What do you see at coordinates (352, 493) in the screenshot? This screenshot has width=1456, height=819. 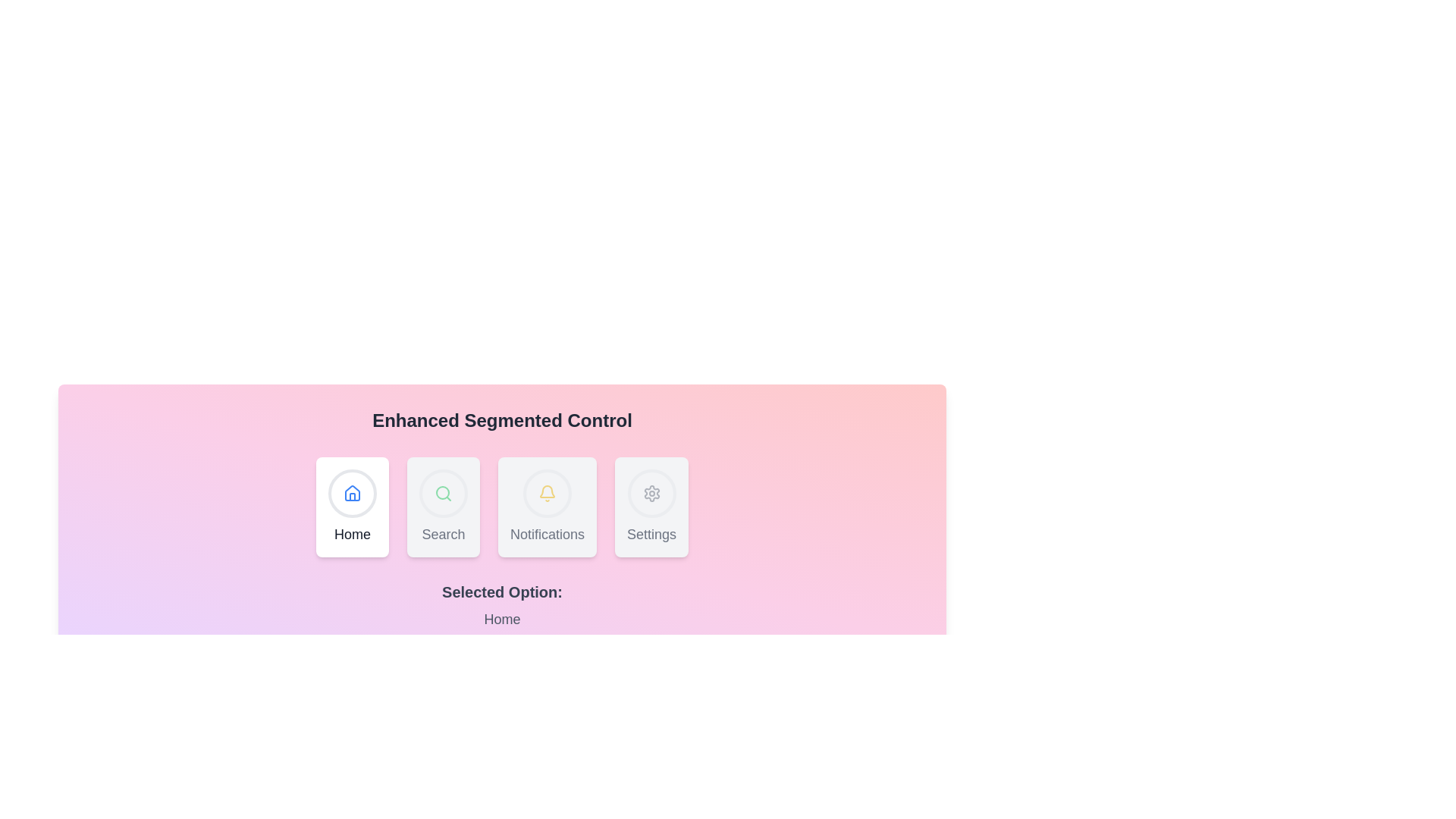 I see `the house icon element within the 'Home' button, which is part of the SVG graphic in the primary navigation panel labeled 'Enhanced Segmented Control'` at bounding box center [352, 493].